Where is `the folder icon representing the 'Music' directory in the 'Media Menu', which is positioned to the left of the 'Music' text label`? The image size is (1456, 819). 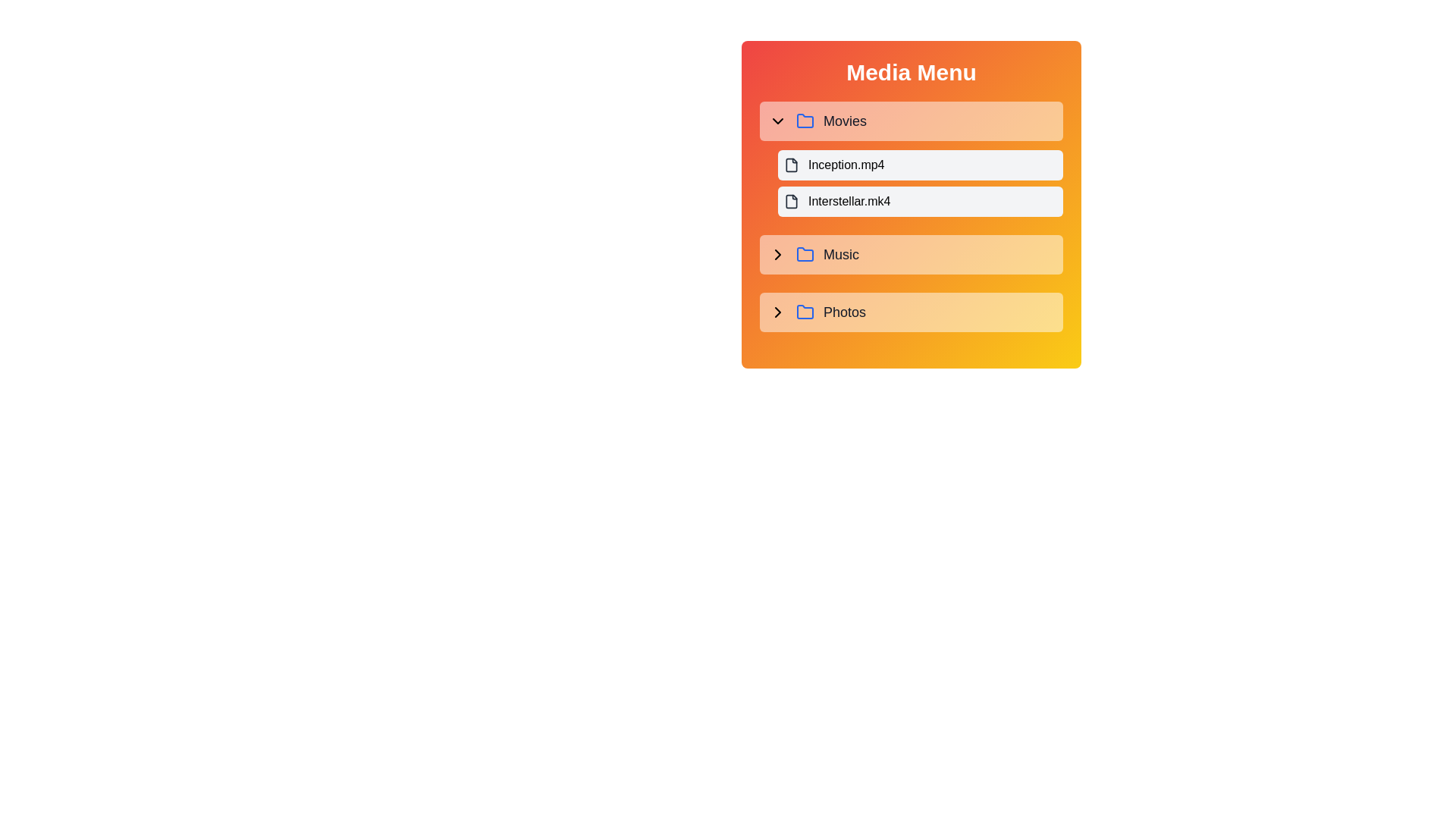
the folder icon representing the 'Music' directory in the 'Media Menu', which is positioned to the left of the 'Music' text label is located at coordinates (804, 253).